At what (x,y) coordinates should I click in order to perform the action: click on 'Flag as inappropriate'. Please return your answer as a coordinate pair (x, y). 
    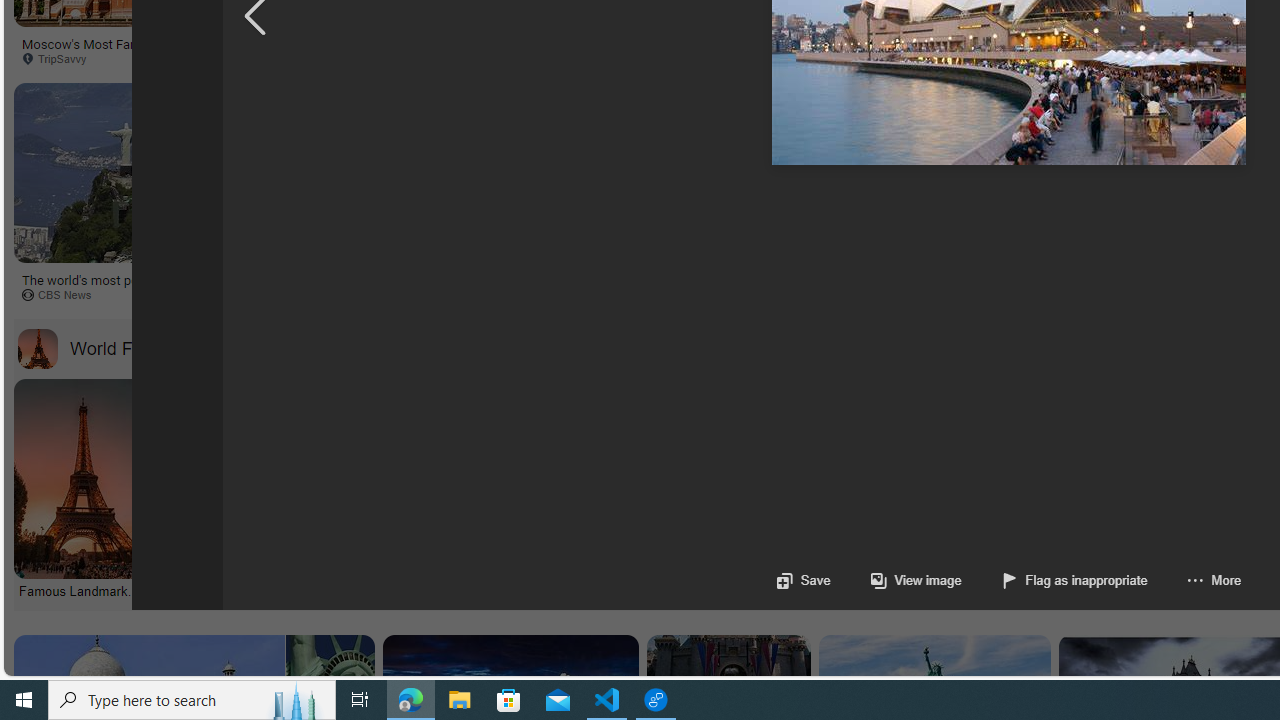
    Looking at the image, I should click on (1053, 580).